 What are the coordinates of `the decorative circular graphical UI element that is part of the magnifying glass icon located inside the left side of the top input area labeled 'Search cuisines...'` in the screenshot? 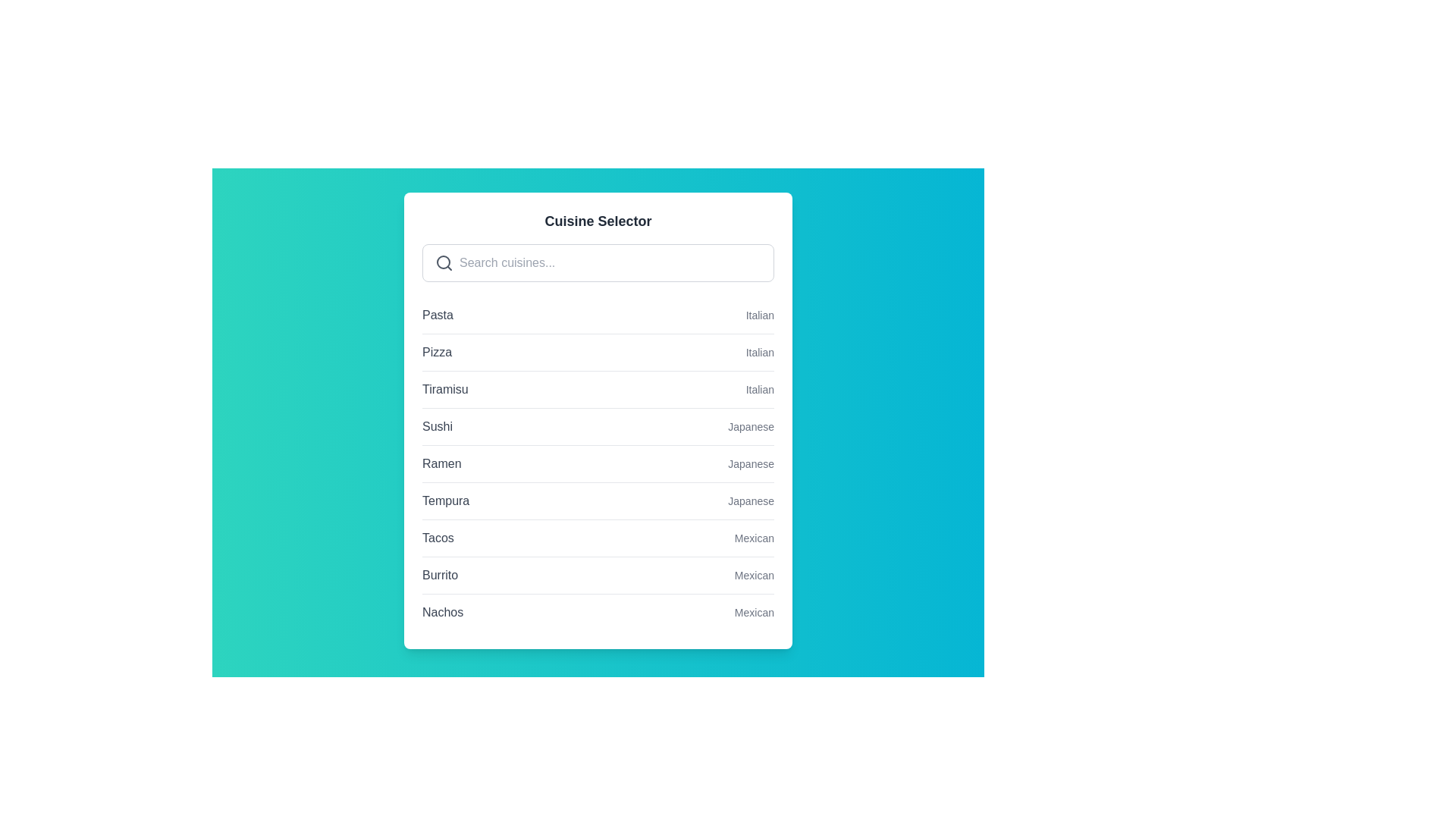 It's located at (443, 262).